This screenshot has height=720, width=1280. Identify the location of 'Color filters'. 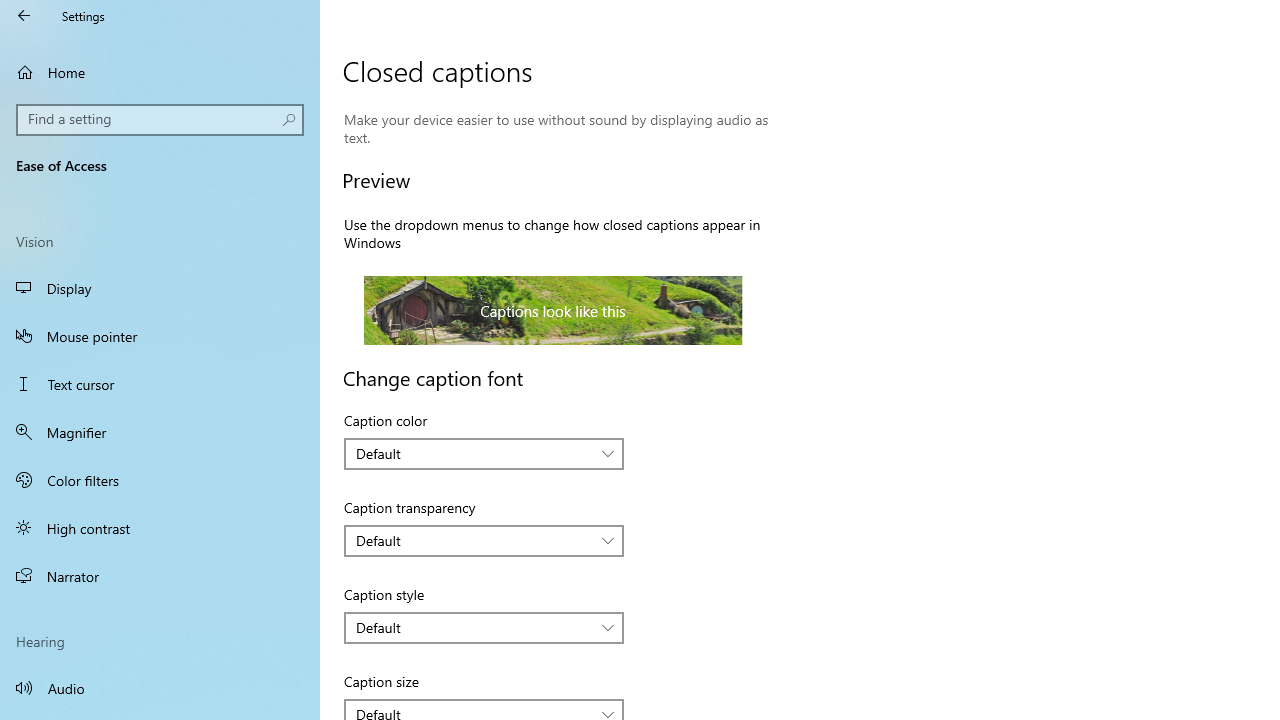
(160, 479).